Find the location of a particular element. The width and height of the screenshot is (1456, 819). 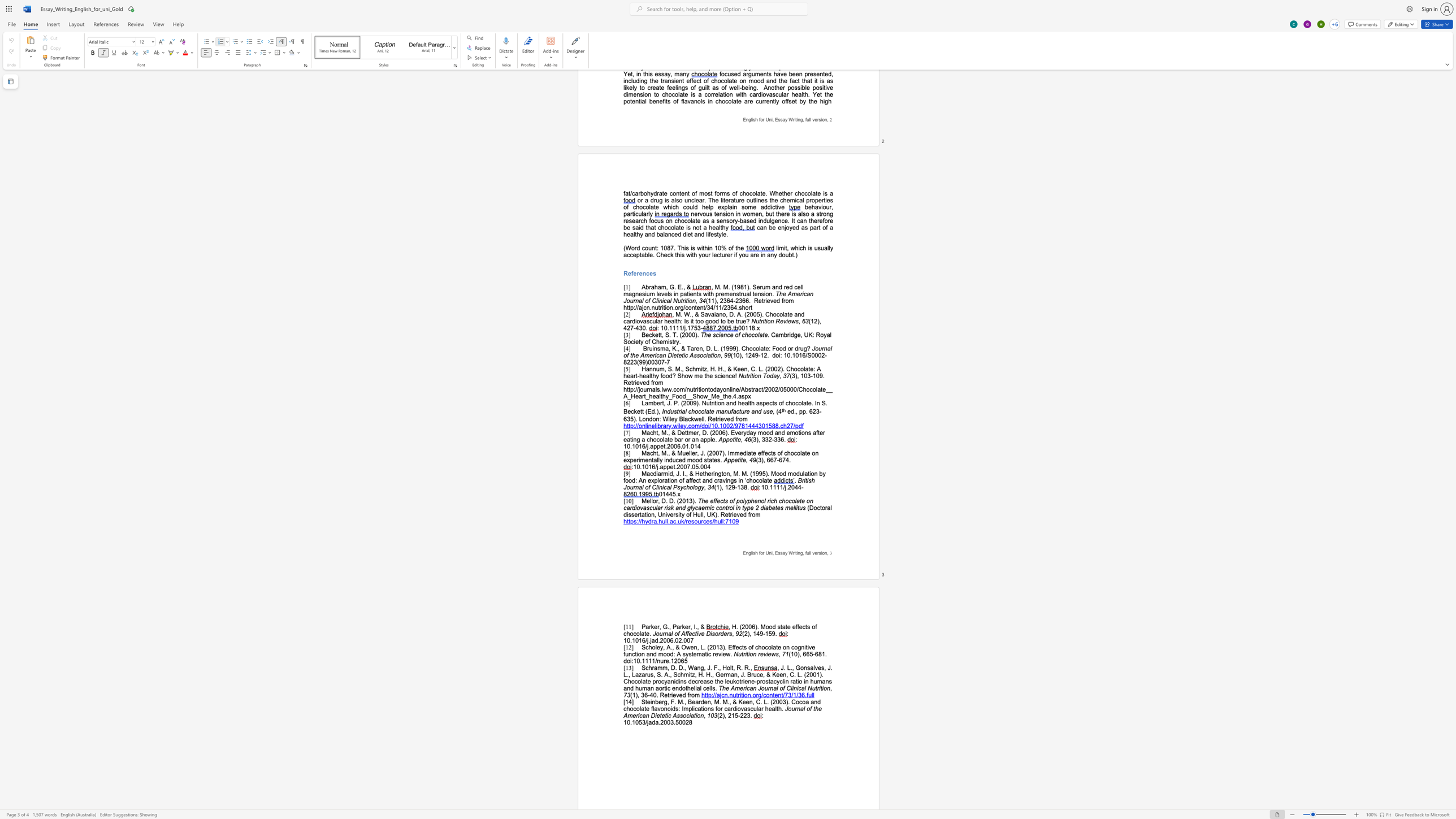

the space between the continuous character "R" and "e" in the text is located at coordinates (663, 694).